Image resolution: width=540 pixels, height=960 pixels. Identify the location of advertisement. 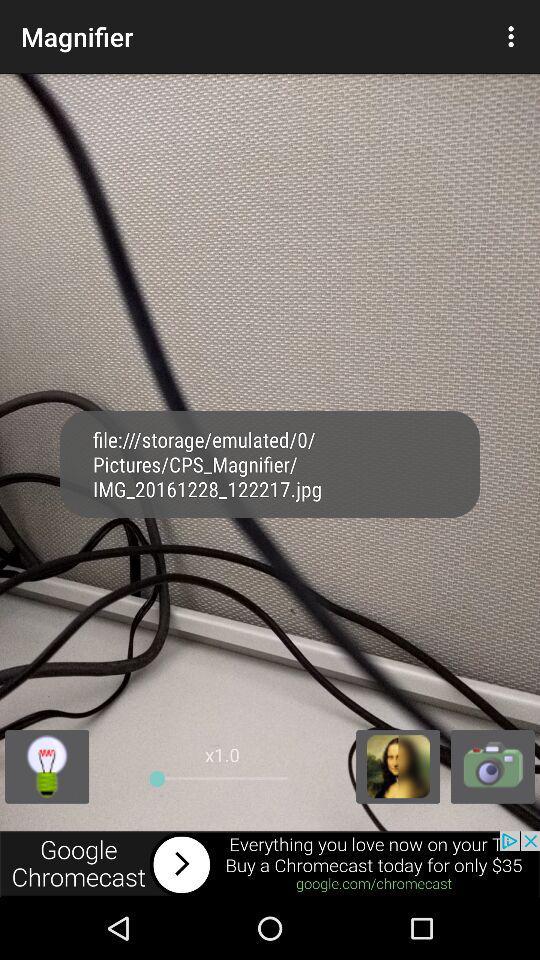
(270, 863).